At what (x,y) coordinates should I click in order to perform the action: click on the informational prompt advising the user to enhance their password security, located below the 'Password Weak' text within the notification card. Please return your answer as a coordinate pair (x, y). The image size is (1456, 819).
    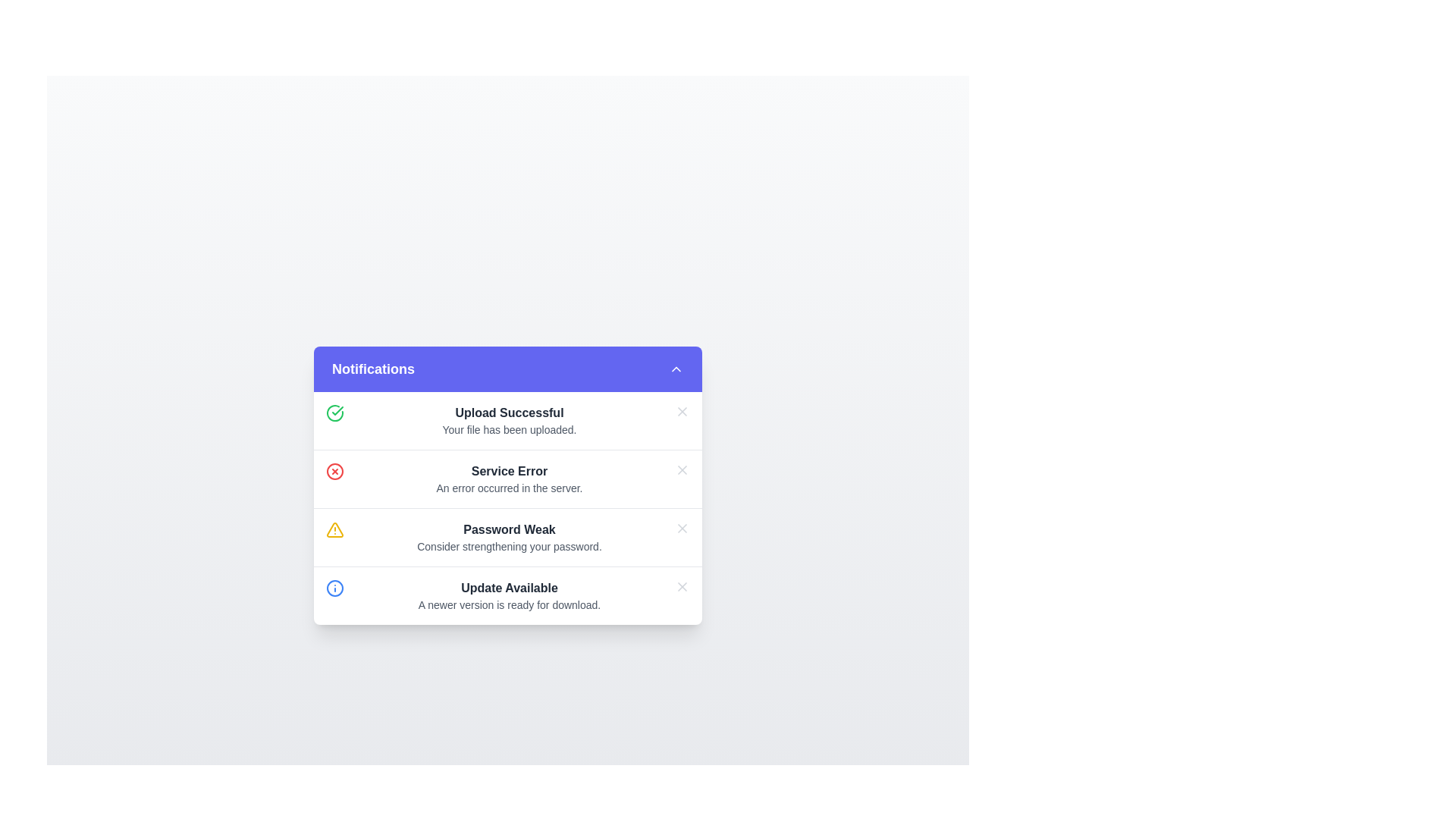
    Looking at the image, I should click on (510, 546).